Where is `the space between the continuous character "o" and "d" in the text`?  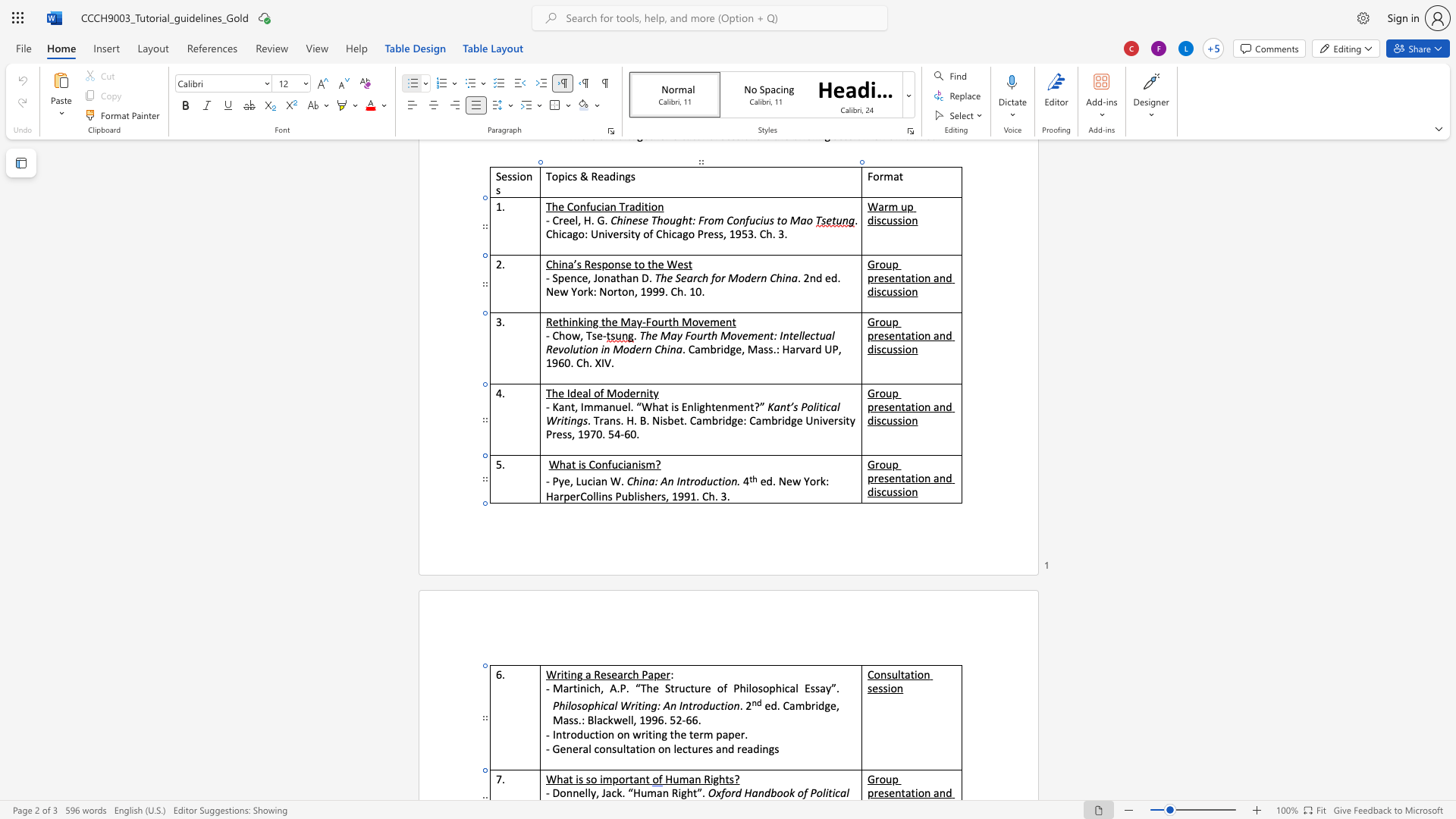
the space between the continuous character "o" and "d" in the text is located at coordinates (576, 733).